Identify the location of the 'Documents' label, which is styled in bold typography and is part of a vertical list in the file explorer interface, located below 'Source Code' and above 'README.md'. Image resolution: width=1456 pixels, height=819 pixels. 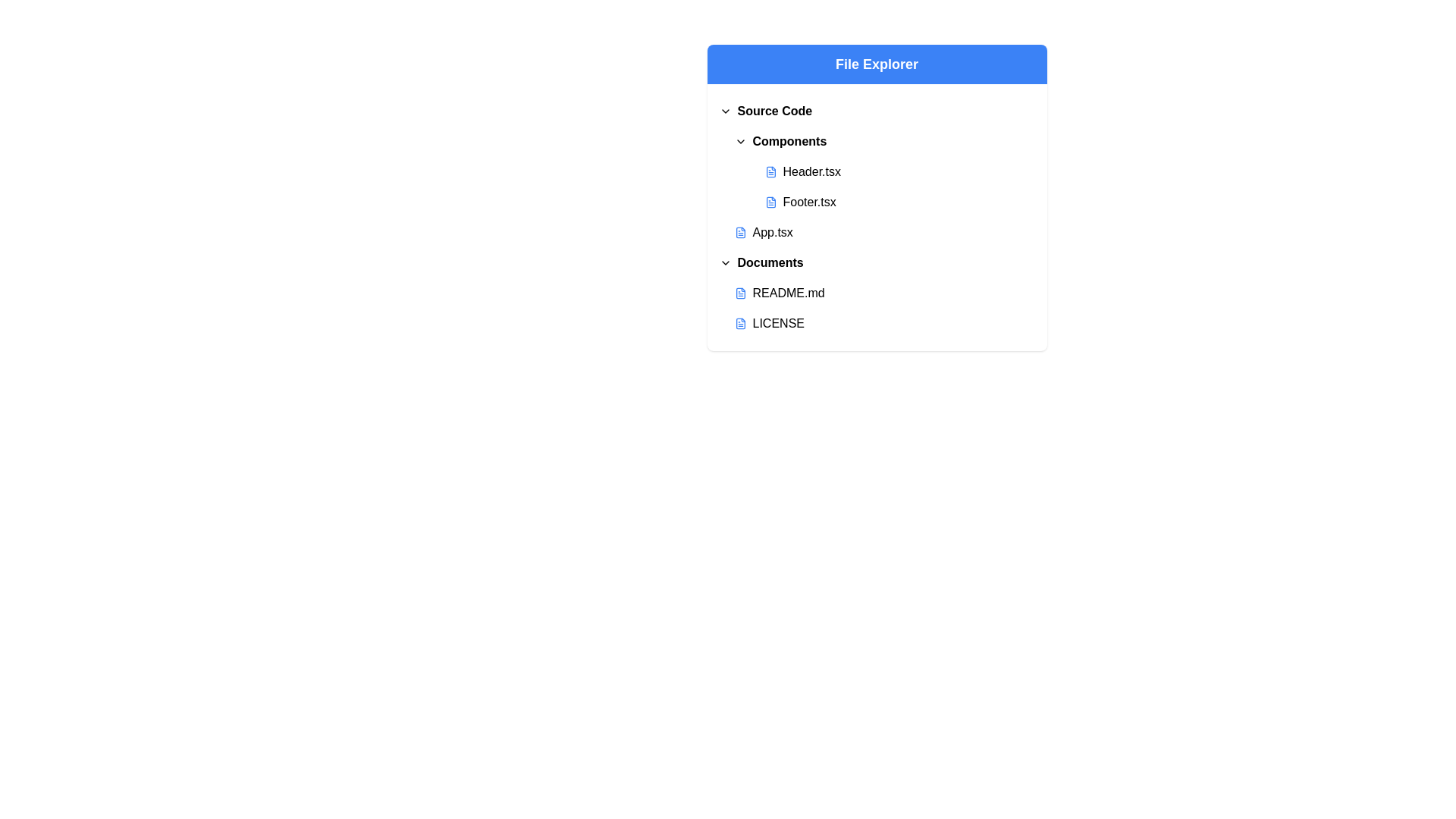
(770, 262).